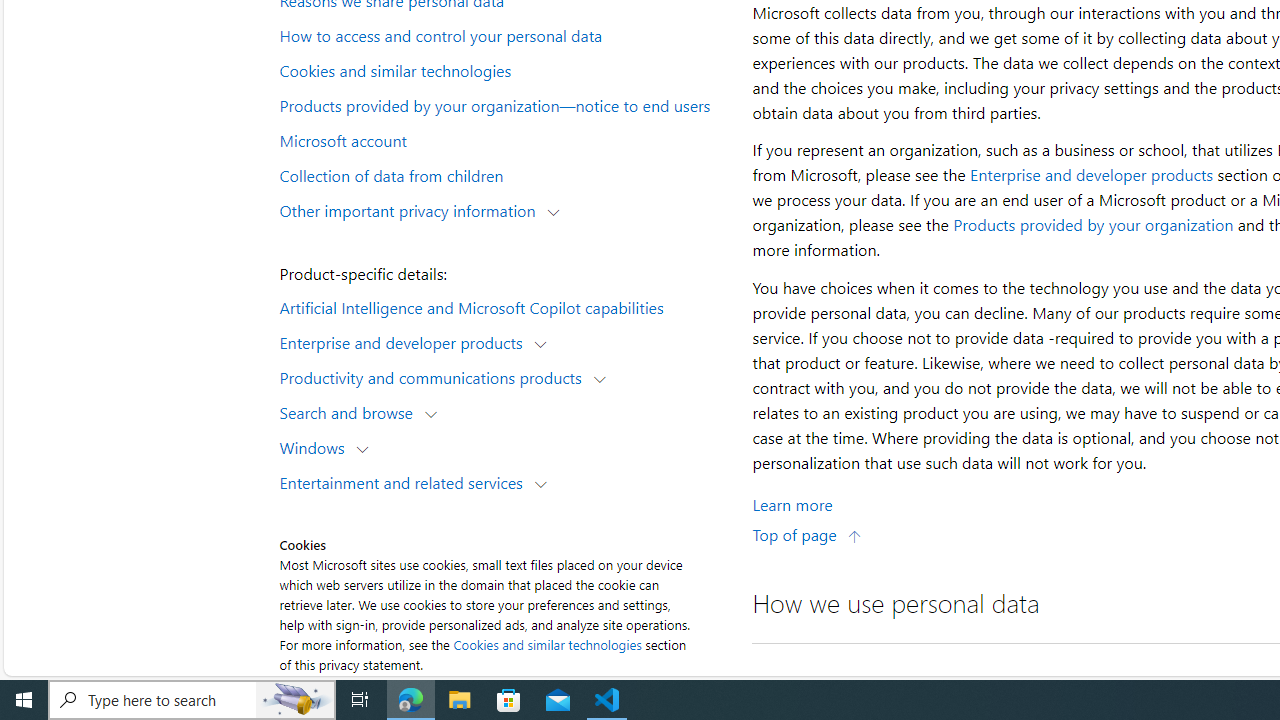 Image resolution: width=1280 pixels, height=720 pixels. Describe the element at coordinates (1092, 225) in the screenshot. I see `'Products provided by your organization'` at that location.